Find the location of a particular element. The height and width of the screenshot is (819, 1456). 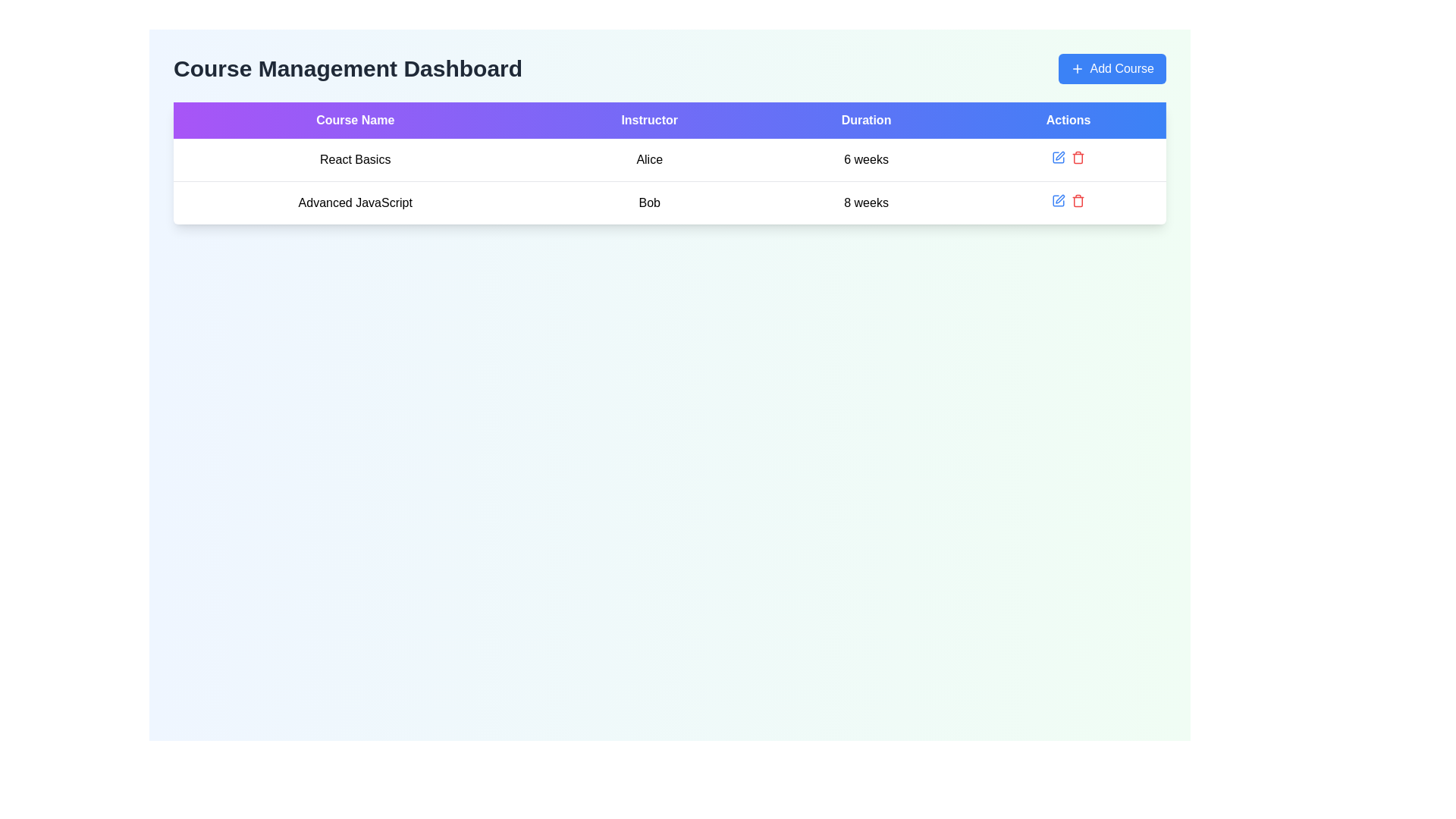

the static text element displaying 'Advanced JavaScript' which is the first cell of the second row under the 'Course Name' column is located at coordinates (354, 202).